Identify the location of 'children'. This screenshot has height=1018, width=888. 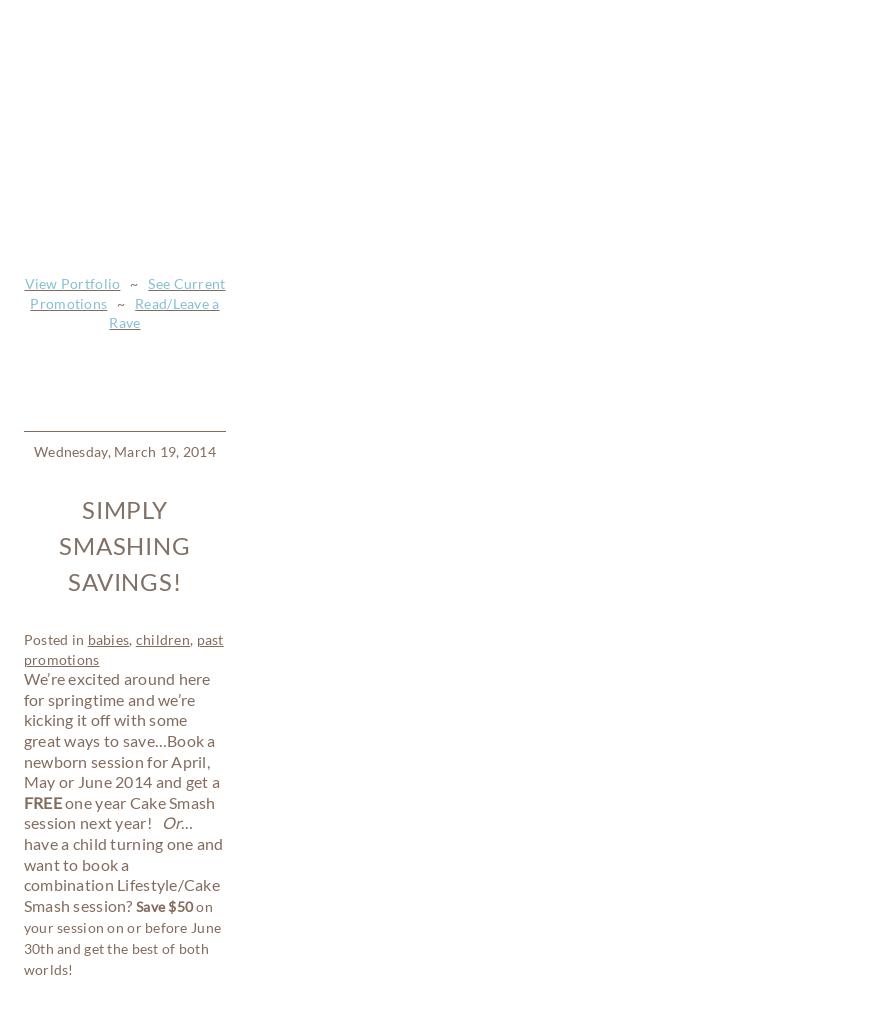
(134, 38).